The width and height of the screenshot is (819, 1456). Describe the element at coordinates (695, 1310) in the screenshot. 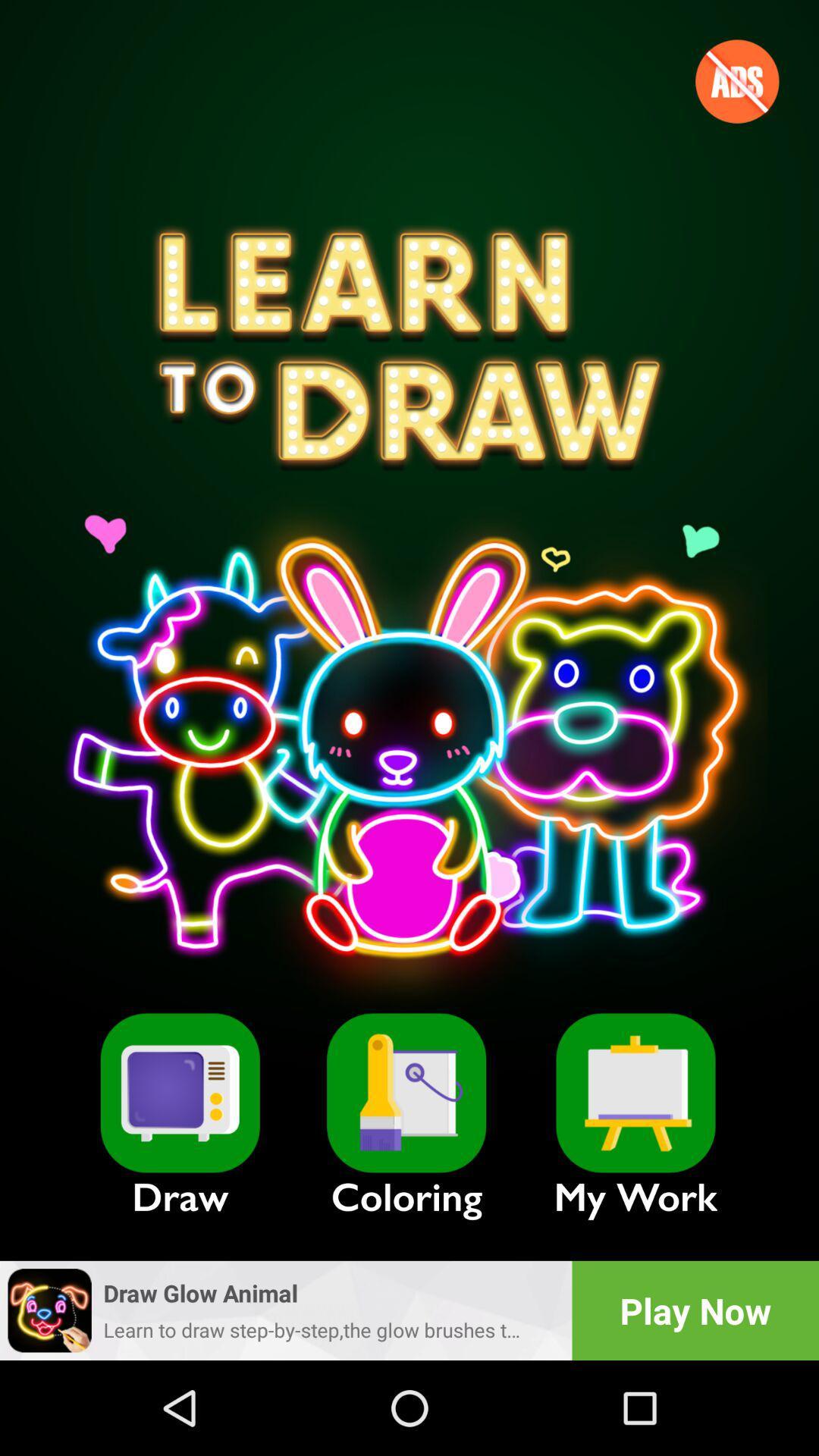

I see `the item below the my work item` at that location.